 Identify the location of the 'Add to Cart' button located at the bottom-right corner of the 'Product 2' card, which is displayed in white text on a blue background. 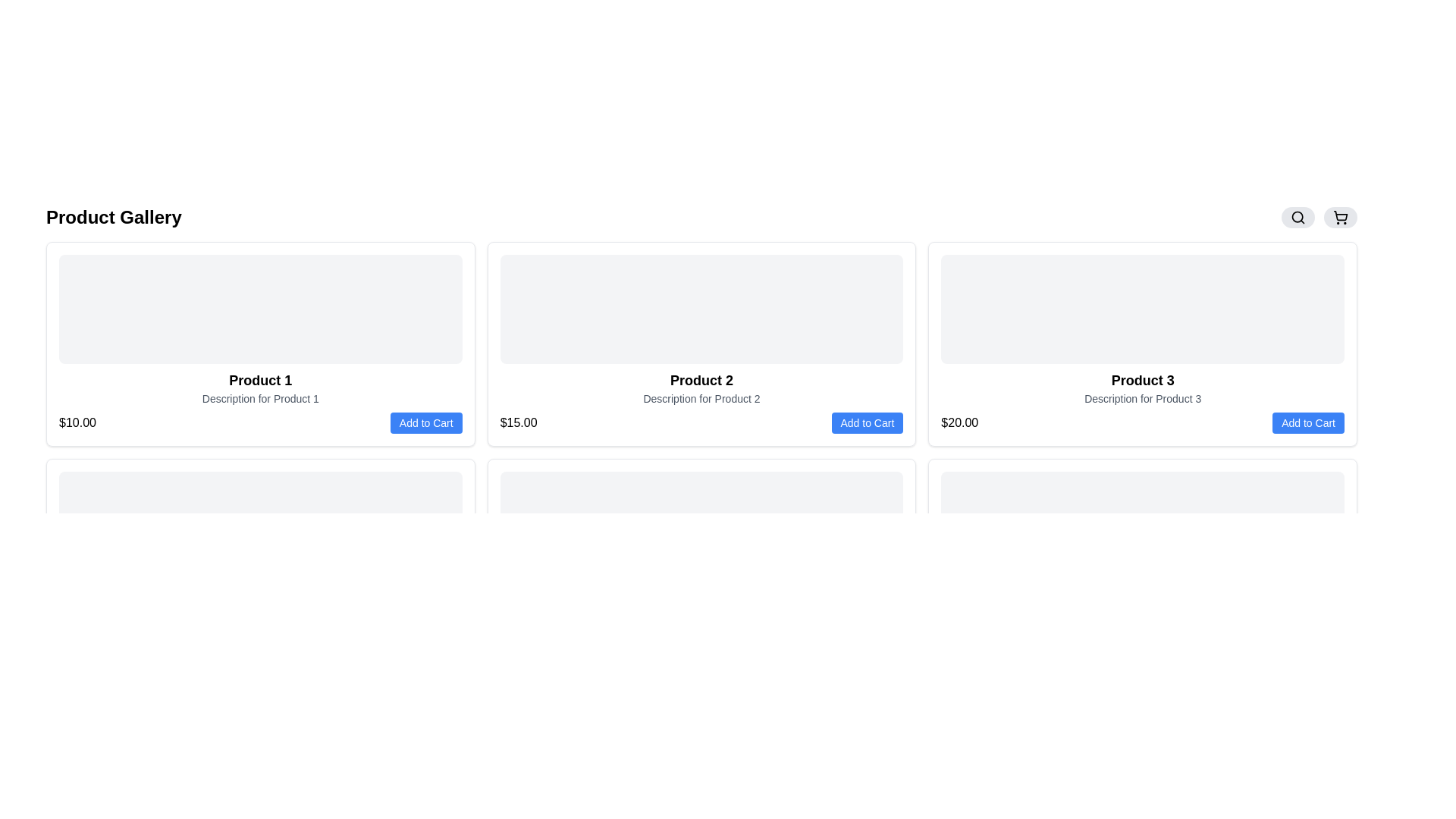
(867, 423).